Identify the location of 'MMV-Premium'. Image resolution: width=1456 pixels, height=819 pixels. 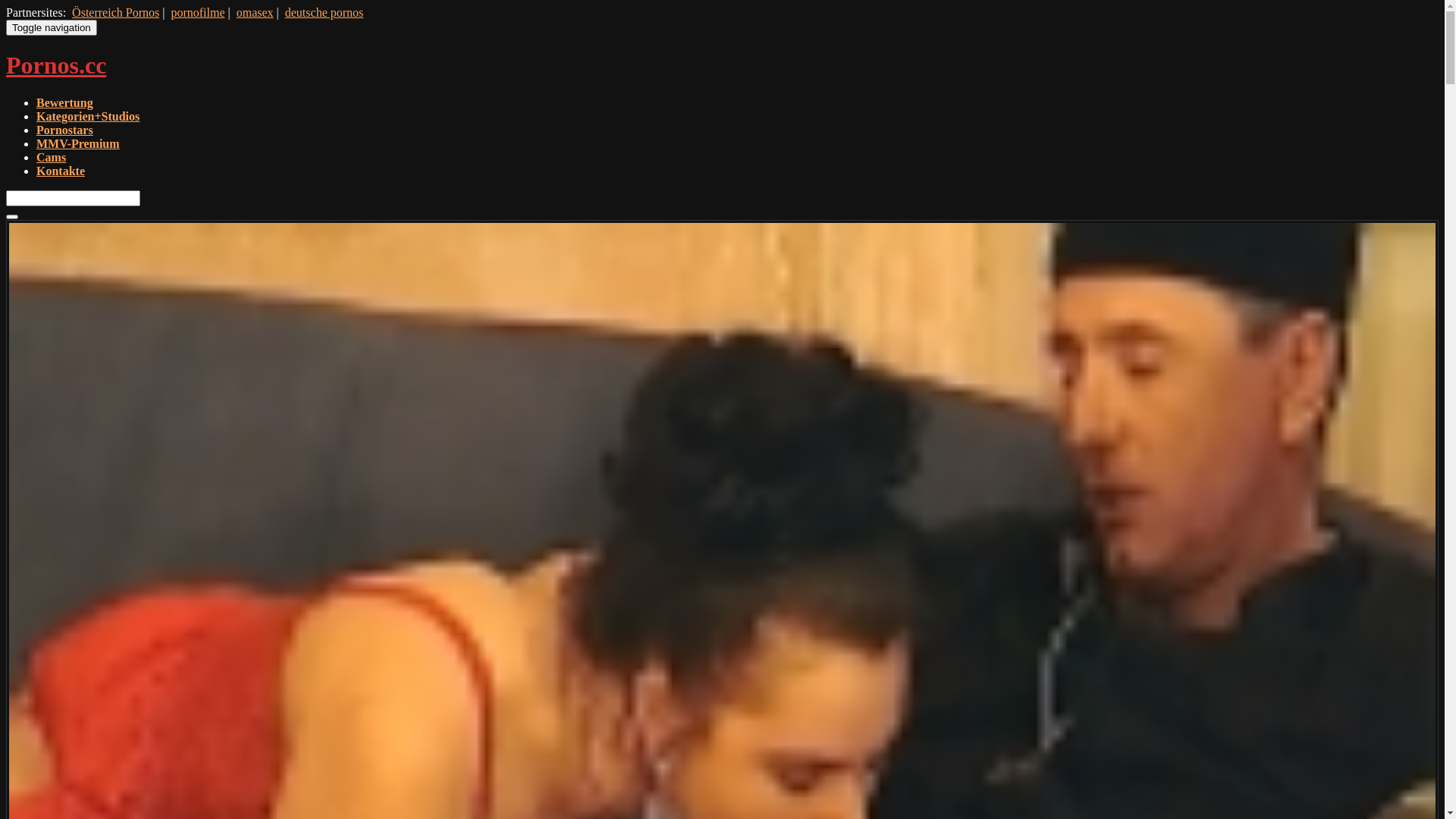
(77, 143).